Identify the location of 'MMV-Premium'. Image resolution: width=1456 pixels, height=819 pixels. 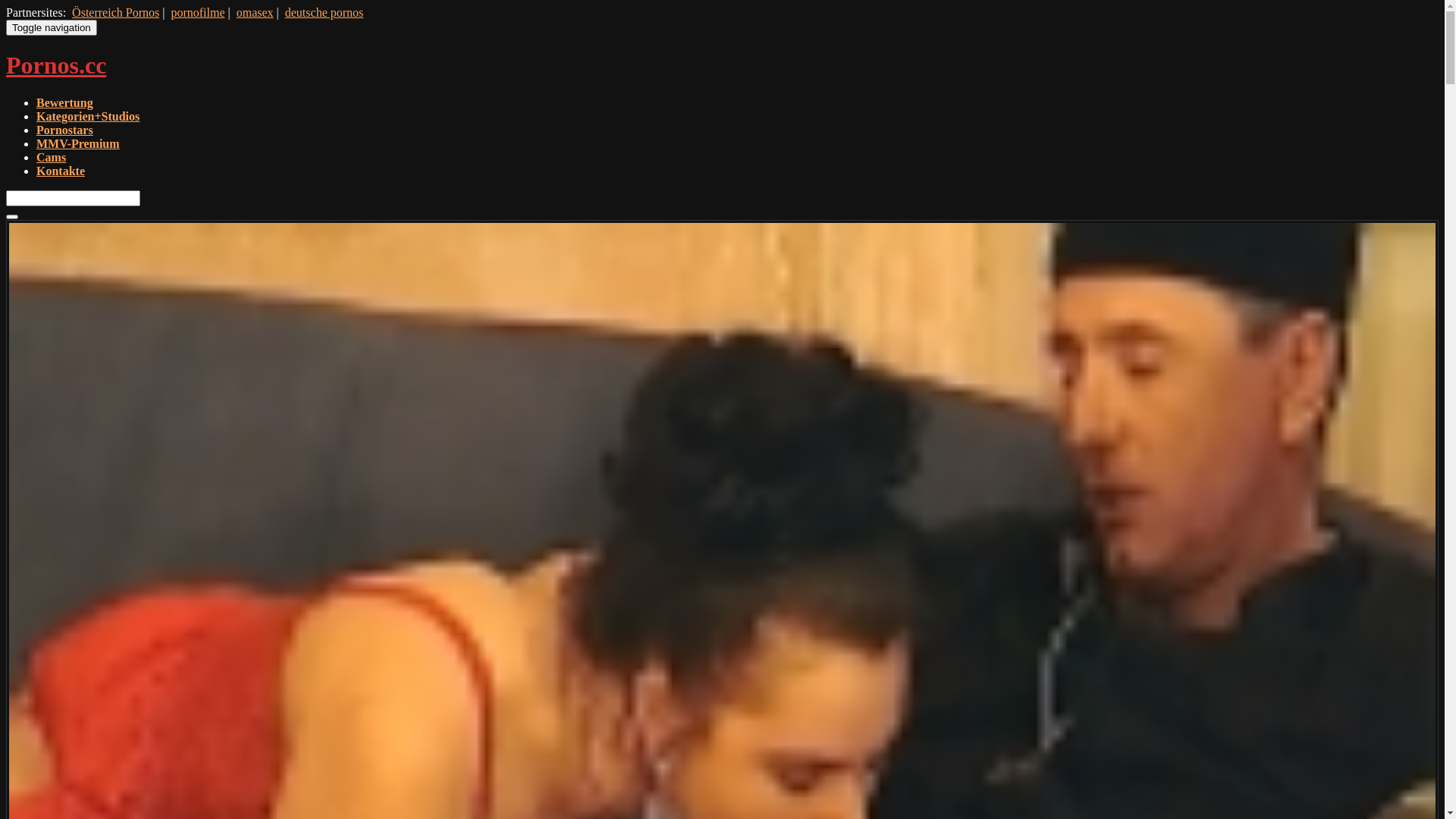
(77, 143).